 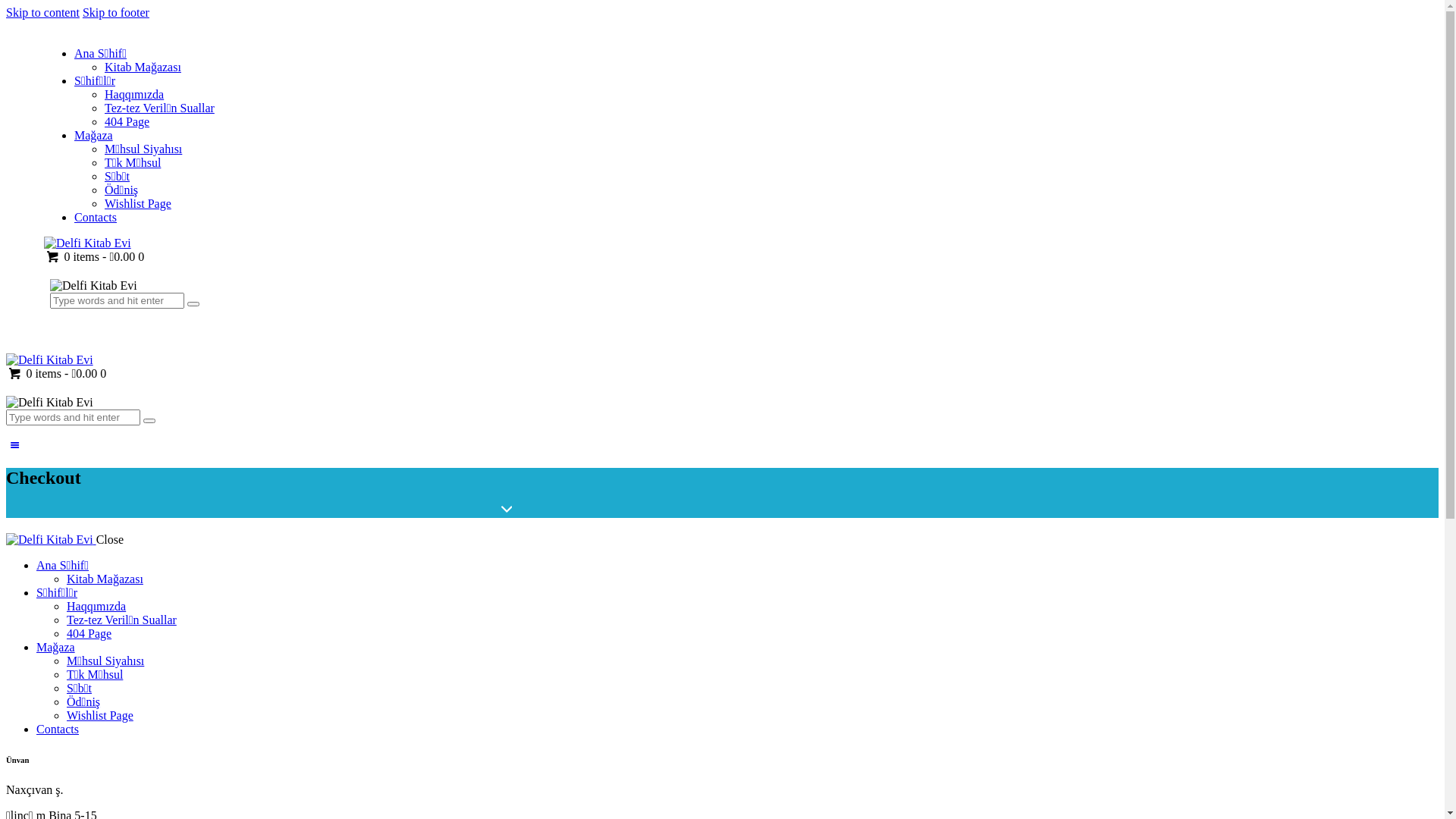 I want to click on 'Skip to footer', so click(x=115, y=12).